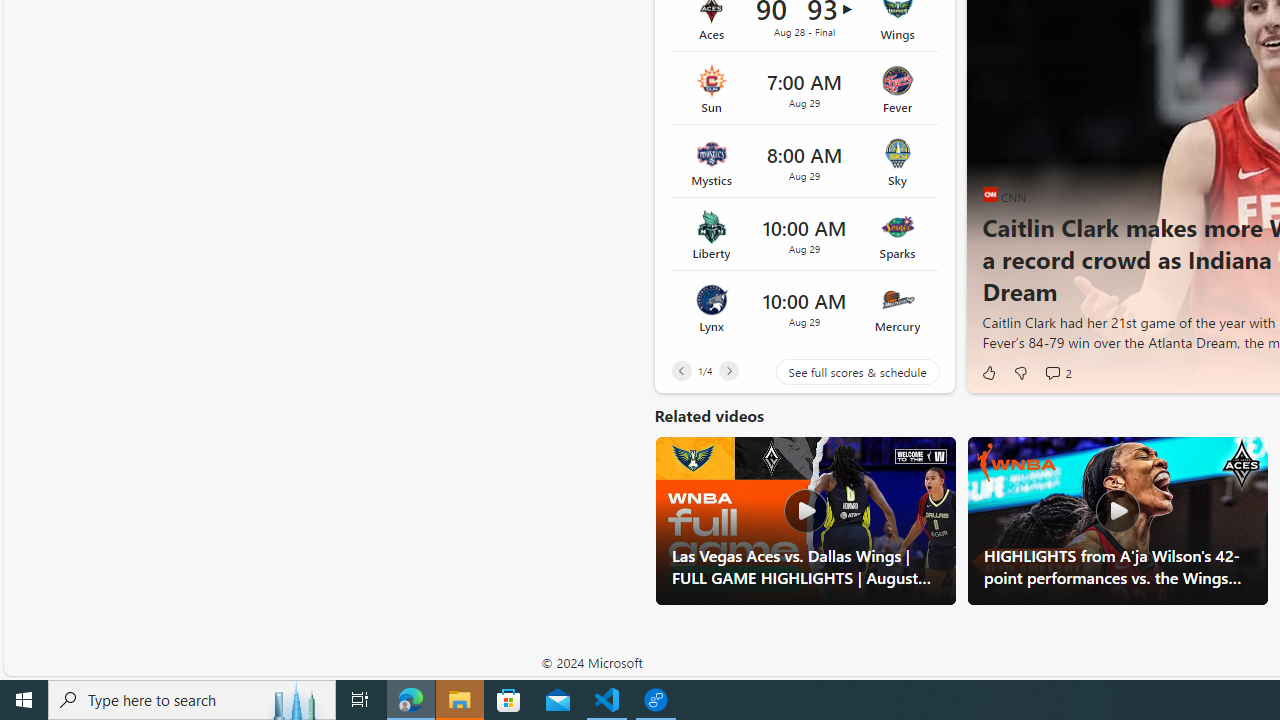  I want to click on 'View comments 2 Comment', so click(1051, 372).